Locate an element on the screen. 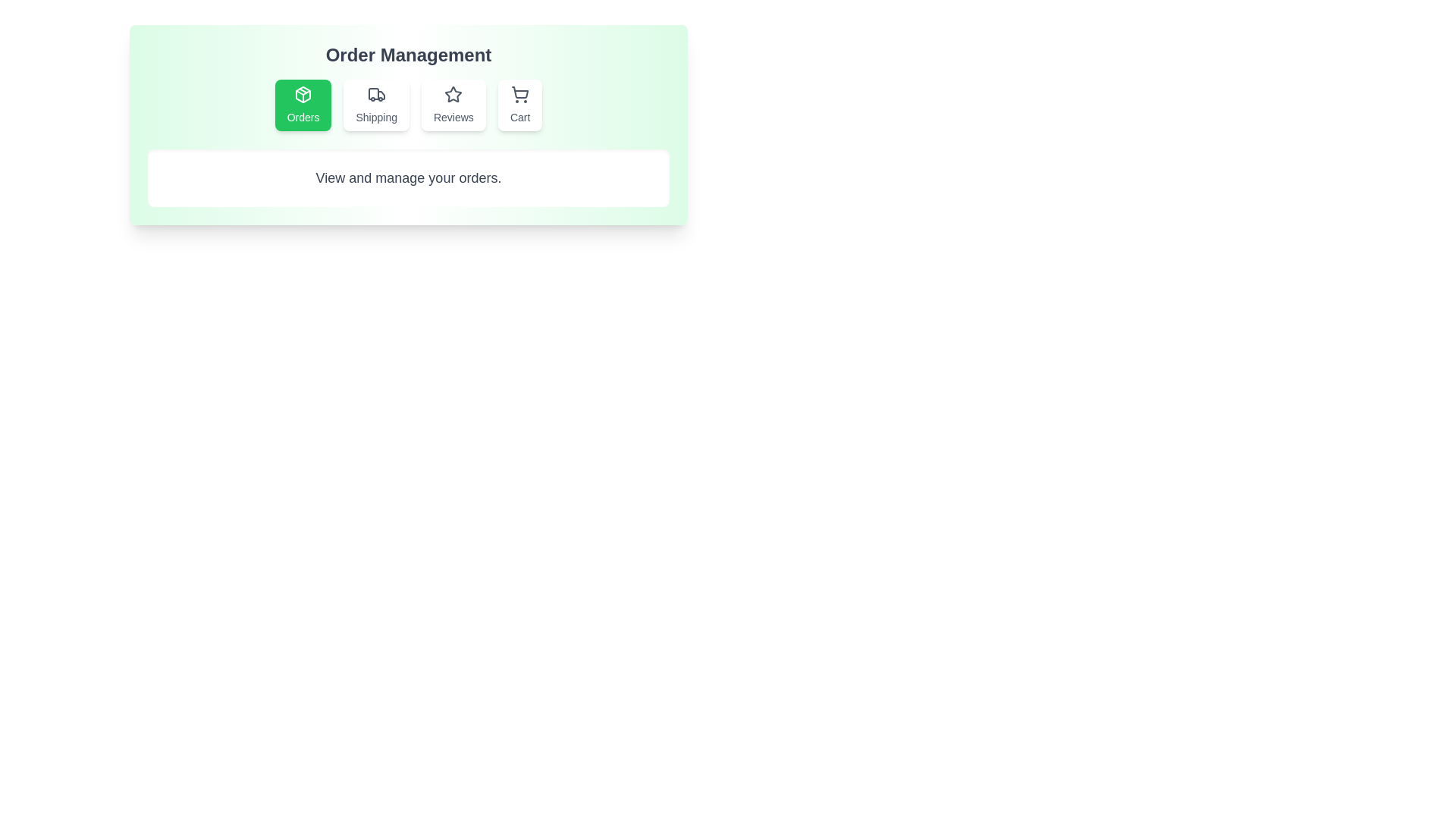 Image resolution: width=1456 pixels, height=819 pixels. text label 'Orders' within the green rectangular button located at the top-left corner of the menu section for reading or accessibility purposes is located at coordinates (303, 116).